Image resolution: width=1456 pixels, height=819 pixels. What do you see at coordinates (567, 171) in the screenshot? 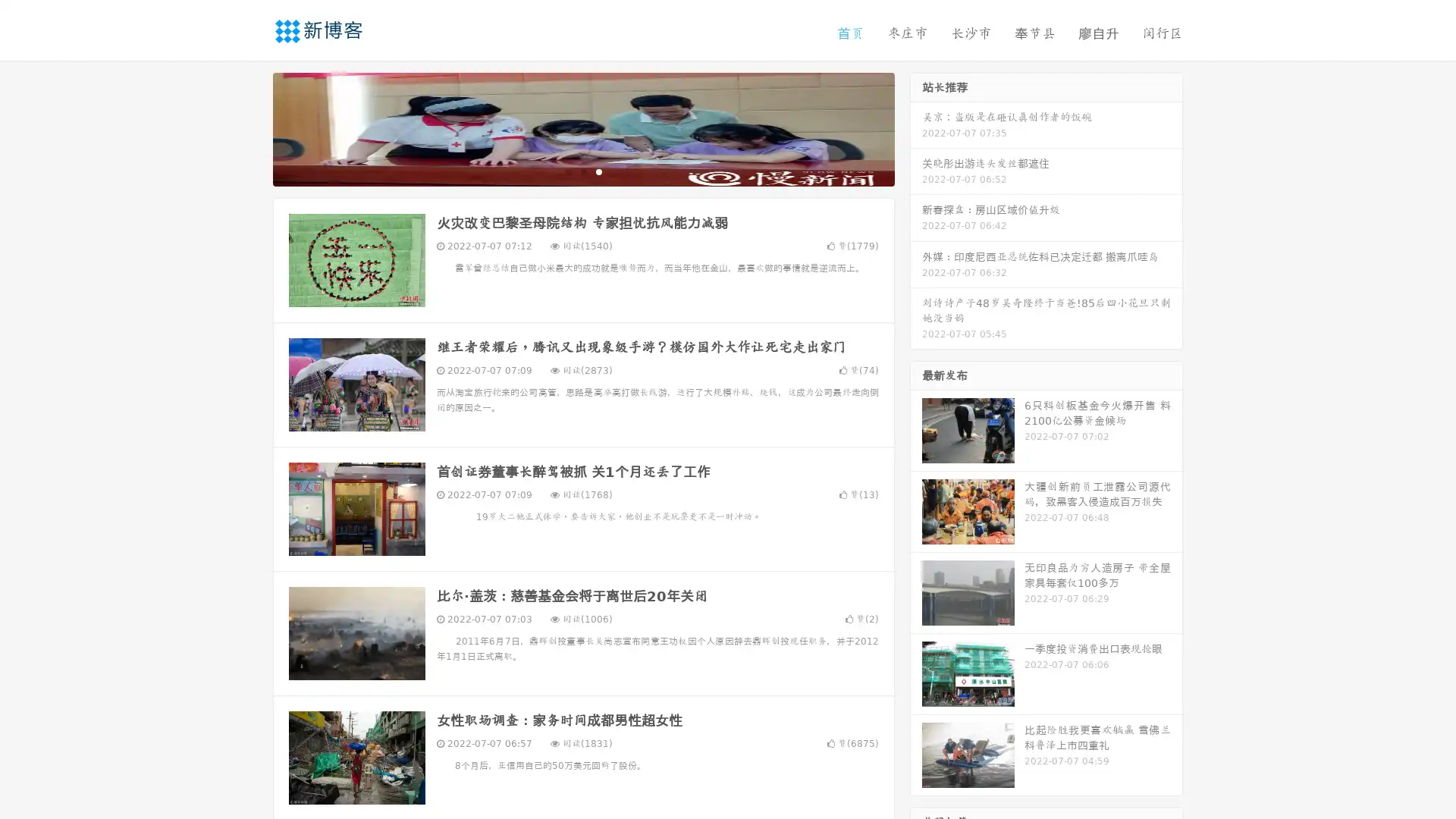
I see `Go to slide 1` at bounding box center [567, 171].